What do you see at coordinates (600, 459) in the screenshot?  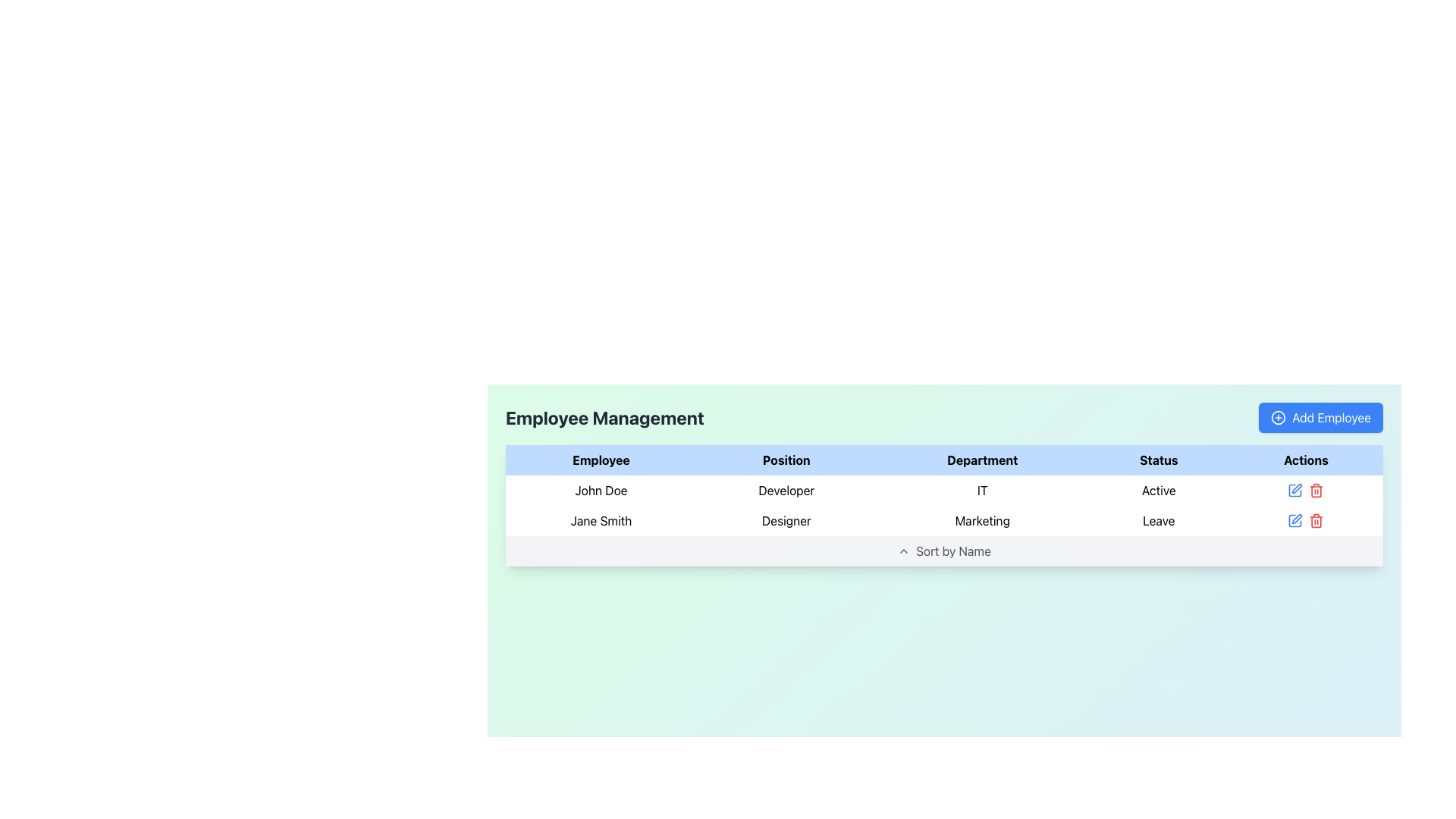 I see `the 'Employee' text label, which is the leftmost header in a light blue header row of a data table` at bounding box center [600, 459].